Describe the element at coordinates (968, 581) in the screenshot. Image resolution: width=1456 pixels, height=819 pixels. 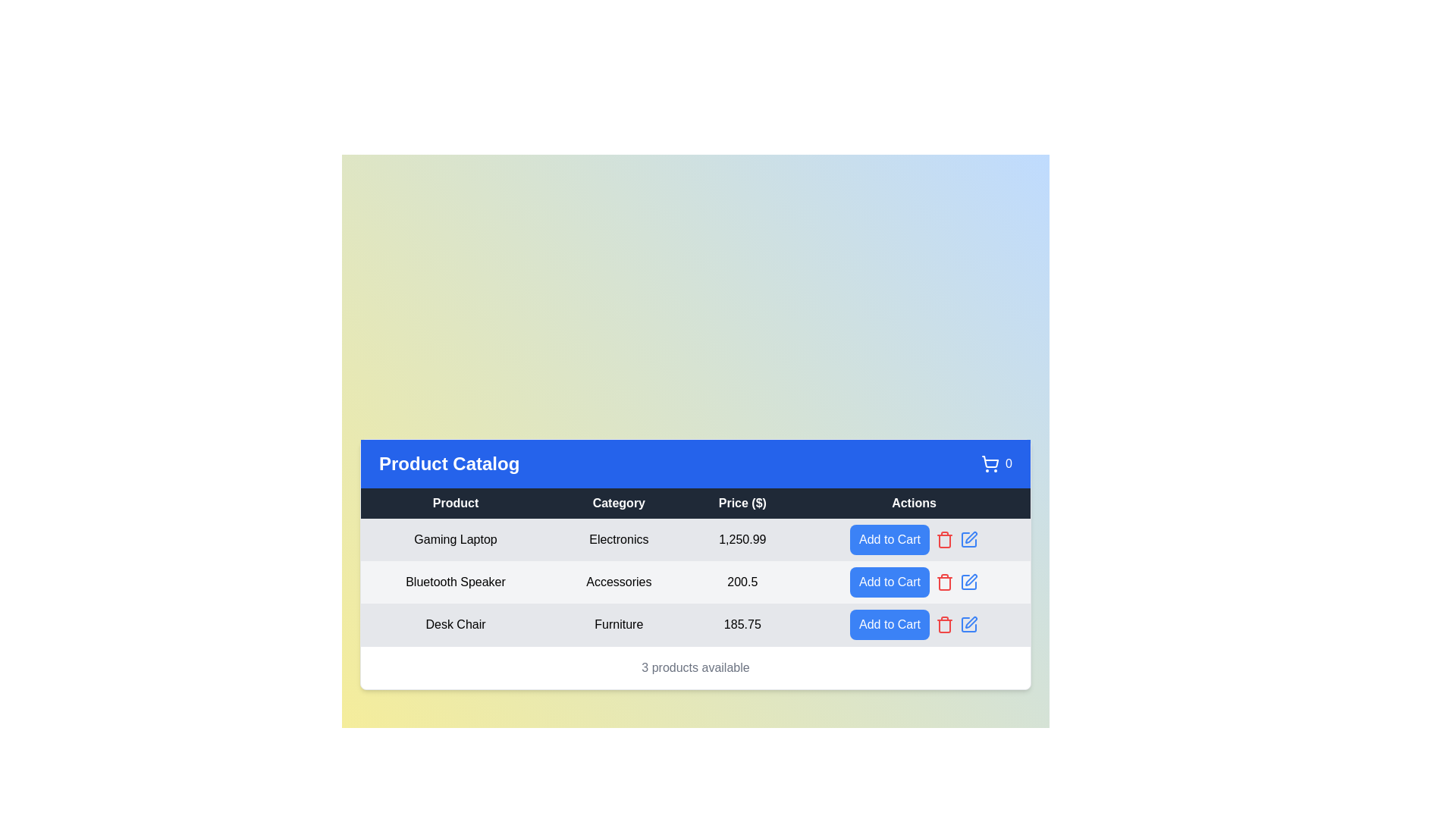
I see `the editing icon in the 'Actions' column of the data table for the product 'Bluetooth Speaker'` at that location.